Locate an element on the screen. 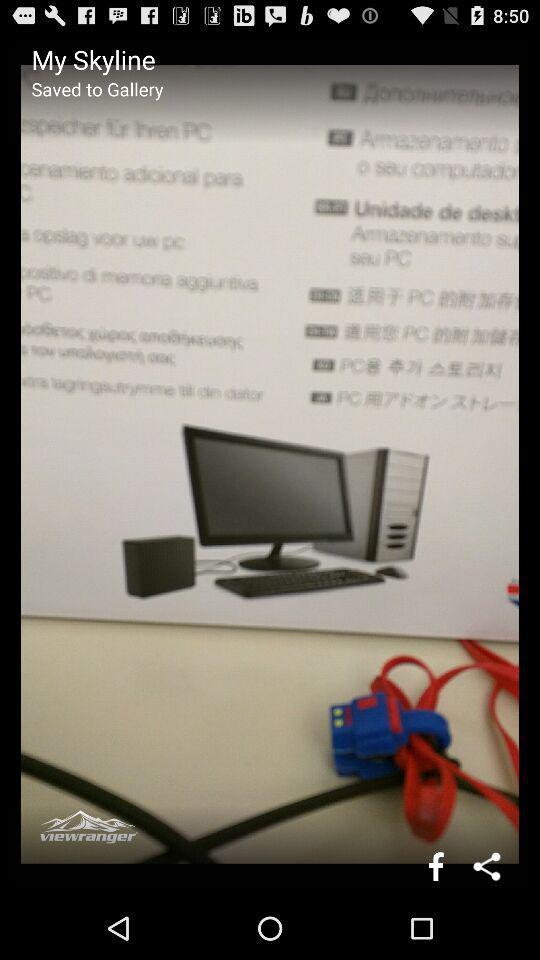 This screenshot has width=540, height=960. facebook is located at coordinates (435, 865).